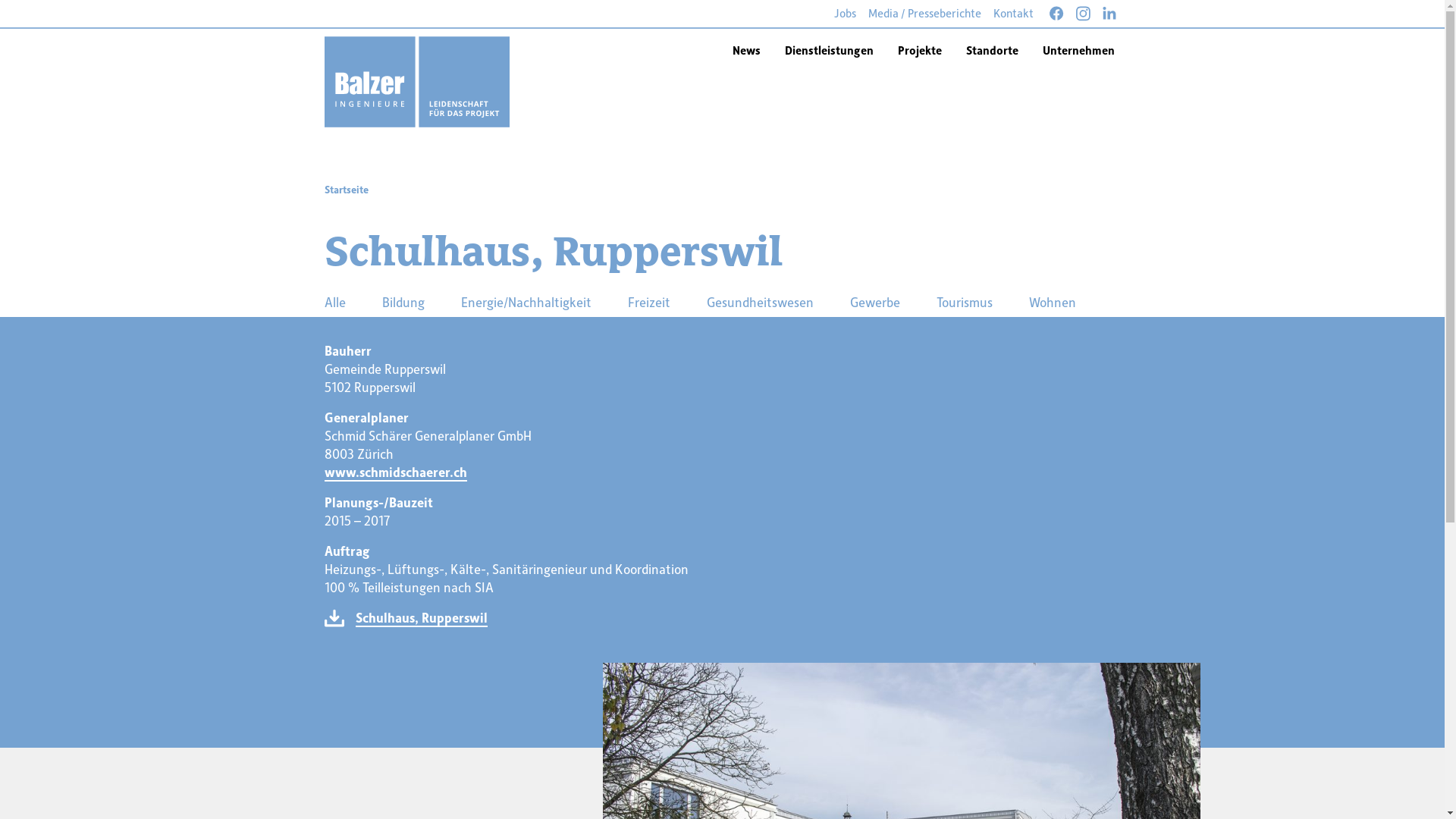  I want to click on 'Jobs', so click(844, 14).